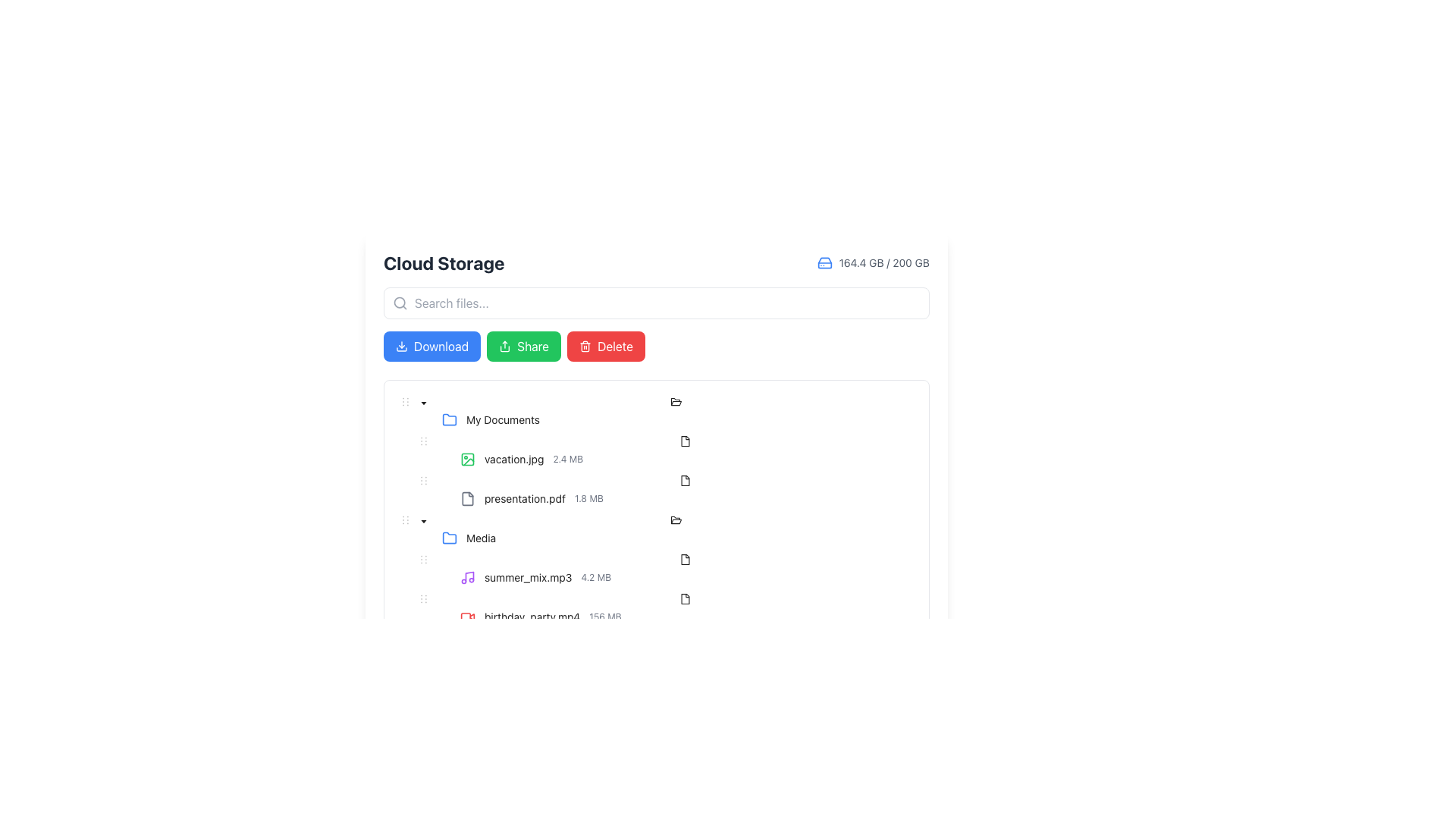  I want to click on the tree node placeholder located to the left of the text label 'birthday_party.mp4156 MB' in the tree view structure, which serves as a non-interactive tree switcher, so click(441, 607).